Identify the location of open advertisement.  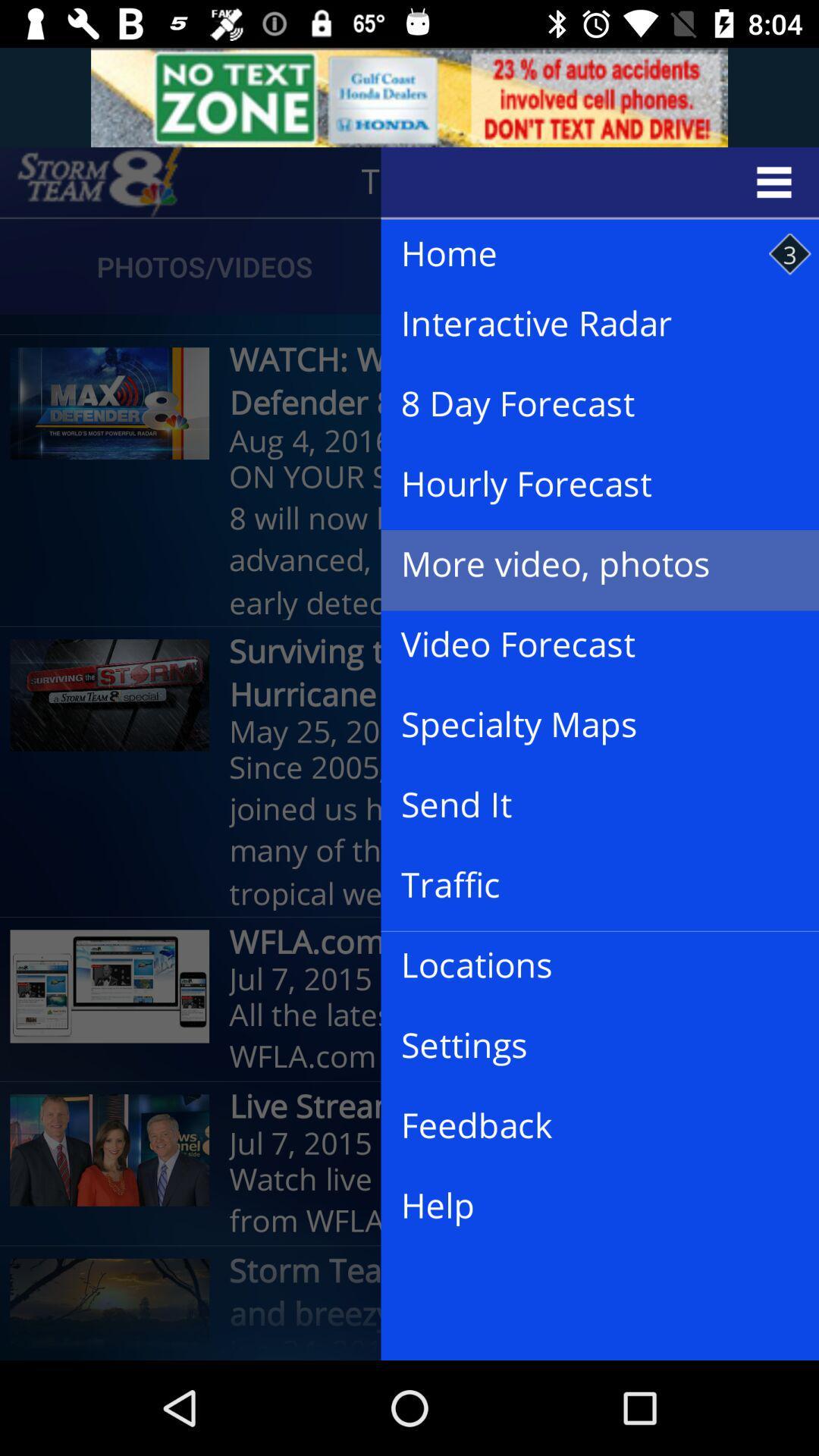
(409, 96).